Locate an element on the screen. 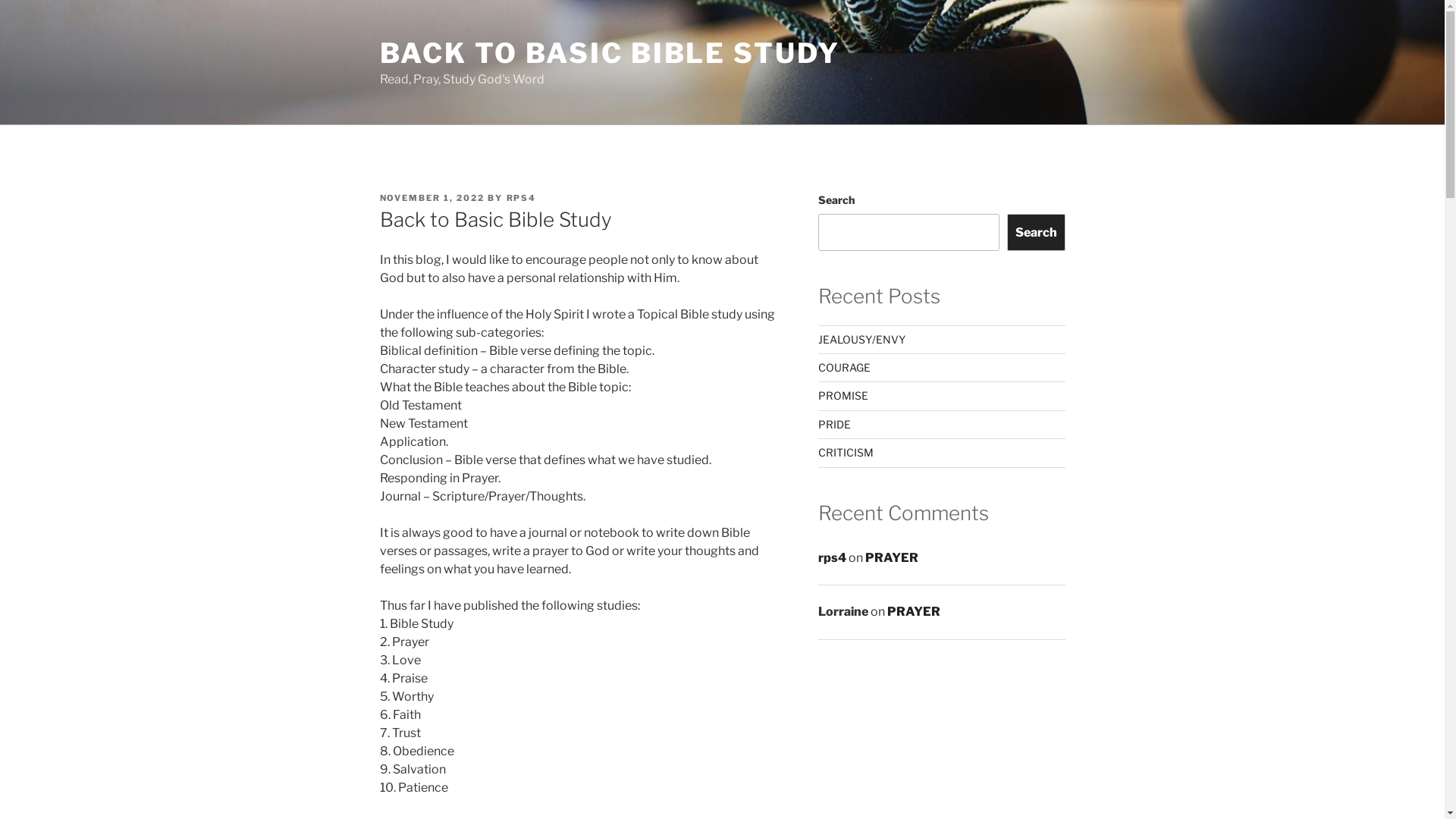 The height and width of the screenshot is (819, 1456). 'rps4' is located at coordinates (831, 557).